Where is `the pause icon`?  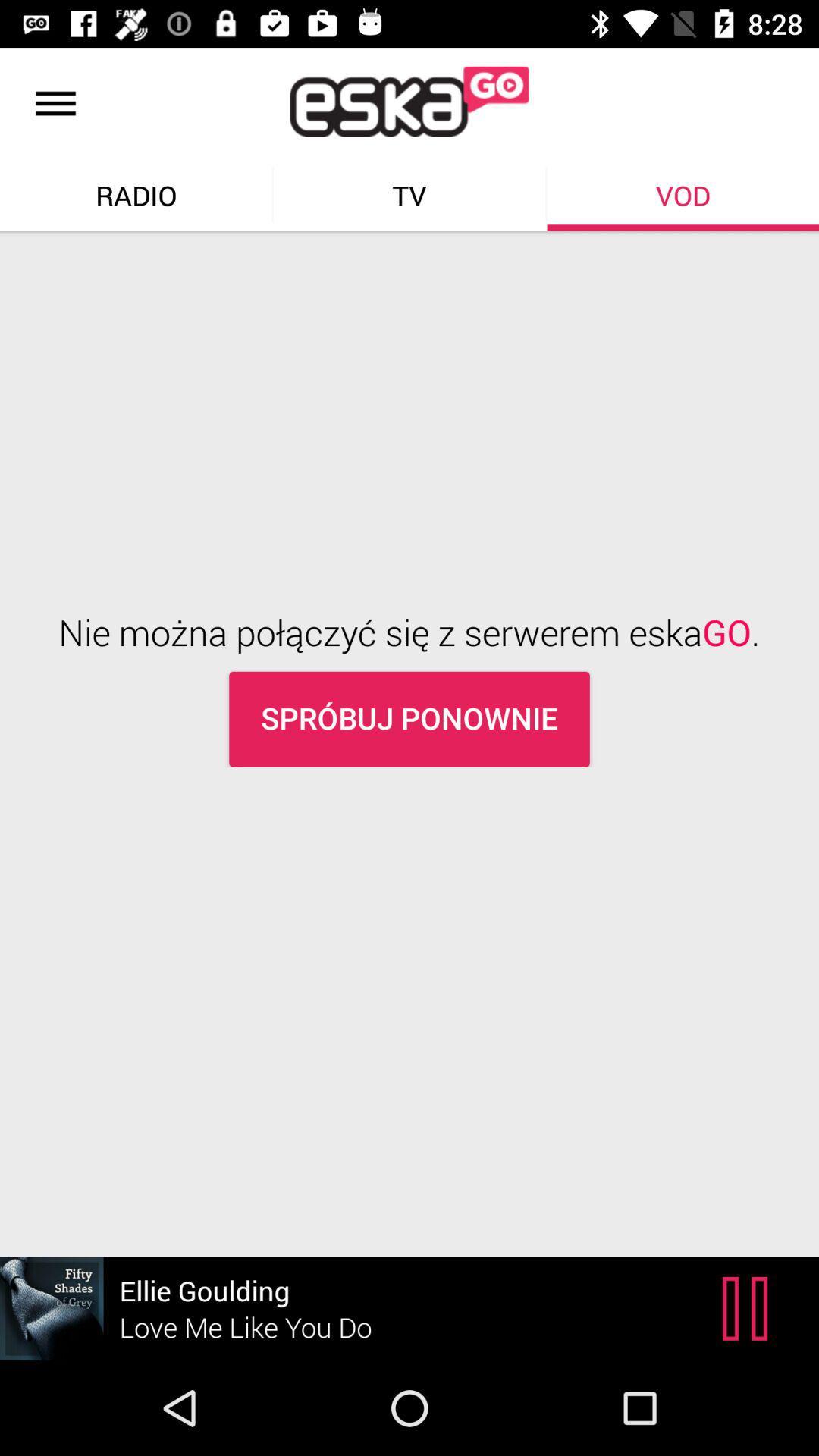
the pause icon is located at coordinates (748, 1307).